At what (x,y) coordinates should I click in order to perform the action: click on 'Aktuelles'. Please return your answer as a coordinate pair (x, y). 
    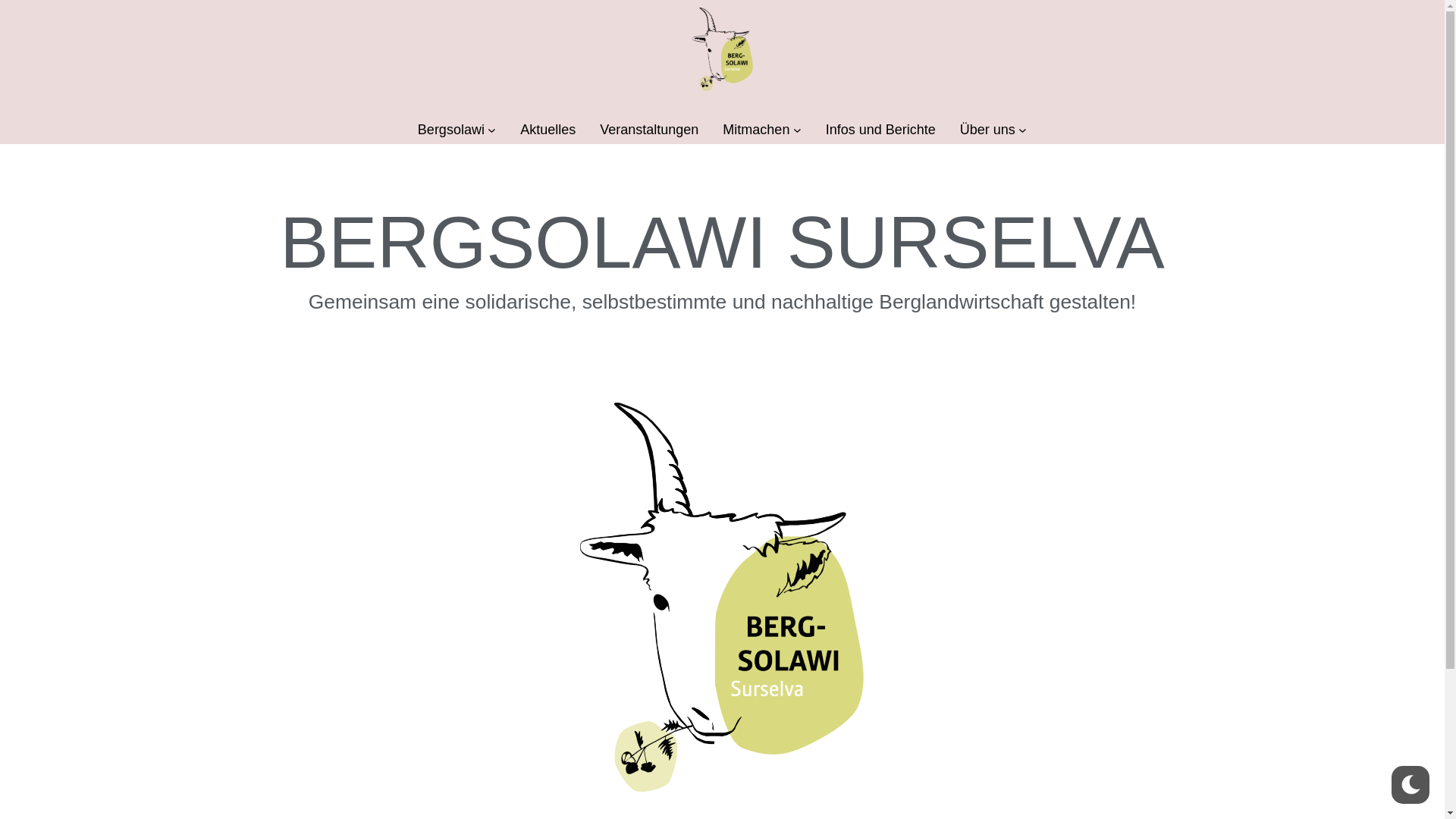
    Looking at the image, I should click on (520, 128).